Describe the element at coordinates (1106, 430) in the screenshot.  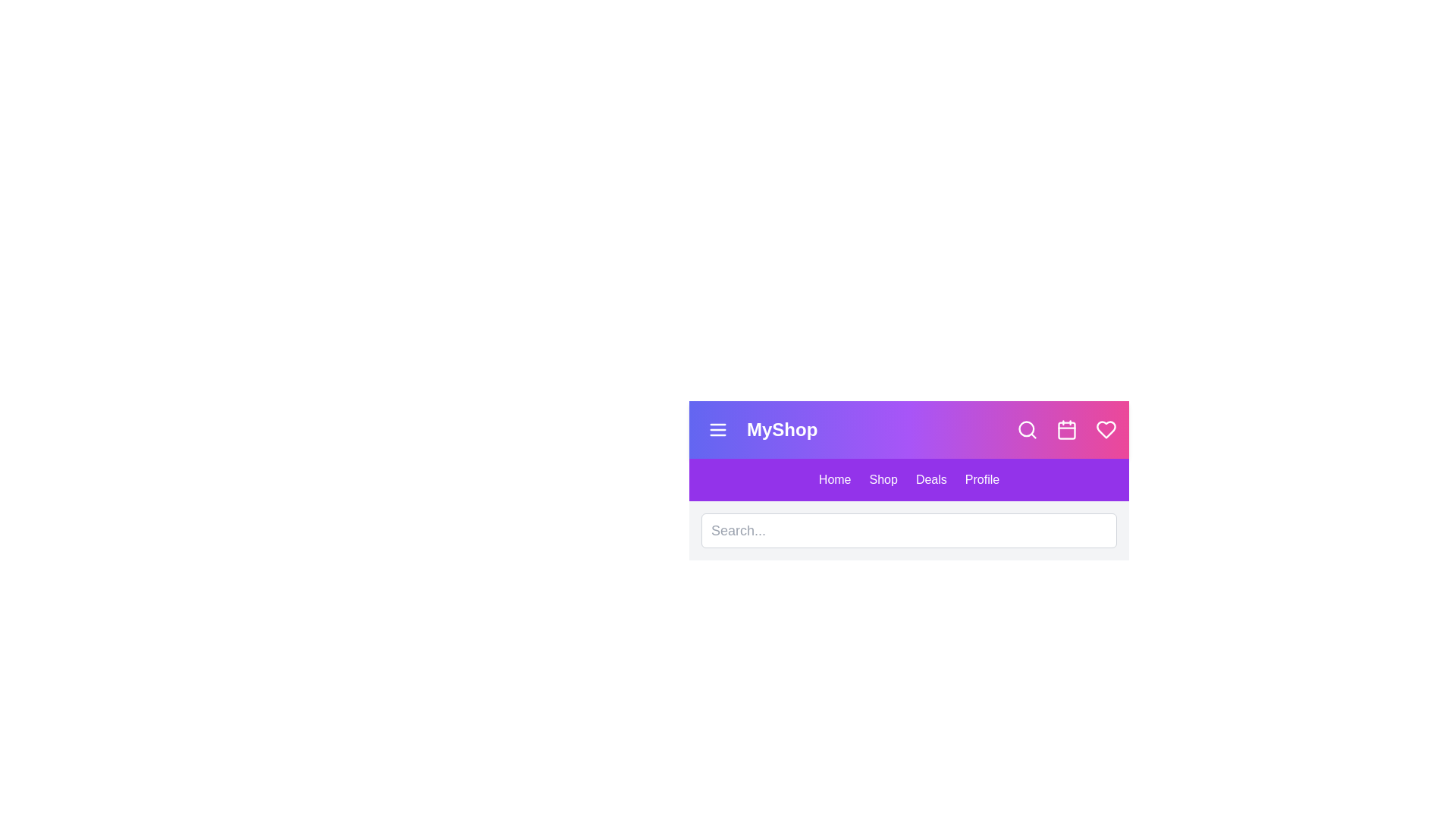
I see `the Heart icon to trigger its action` at that location.